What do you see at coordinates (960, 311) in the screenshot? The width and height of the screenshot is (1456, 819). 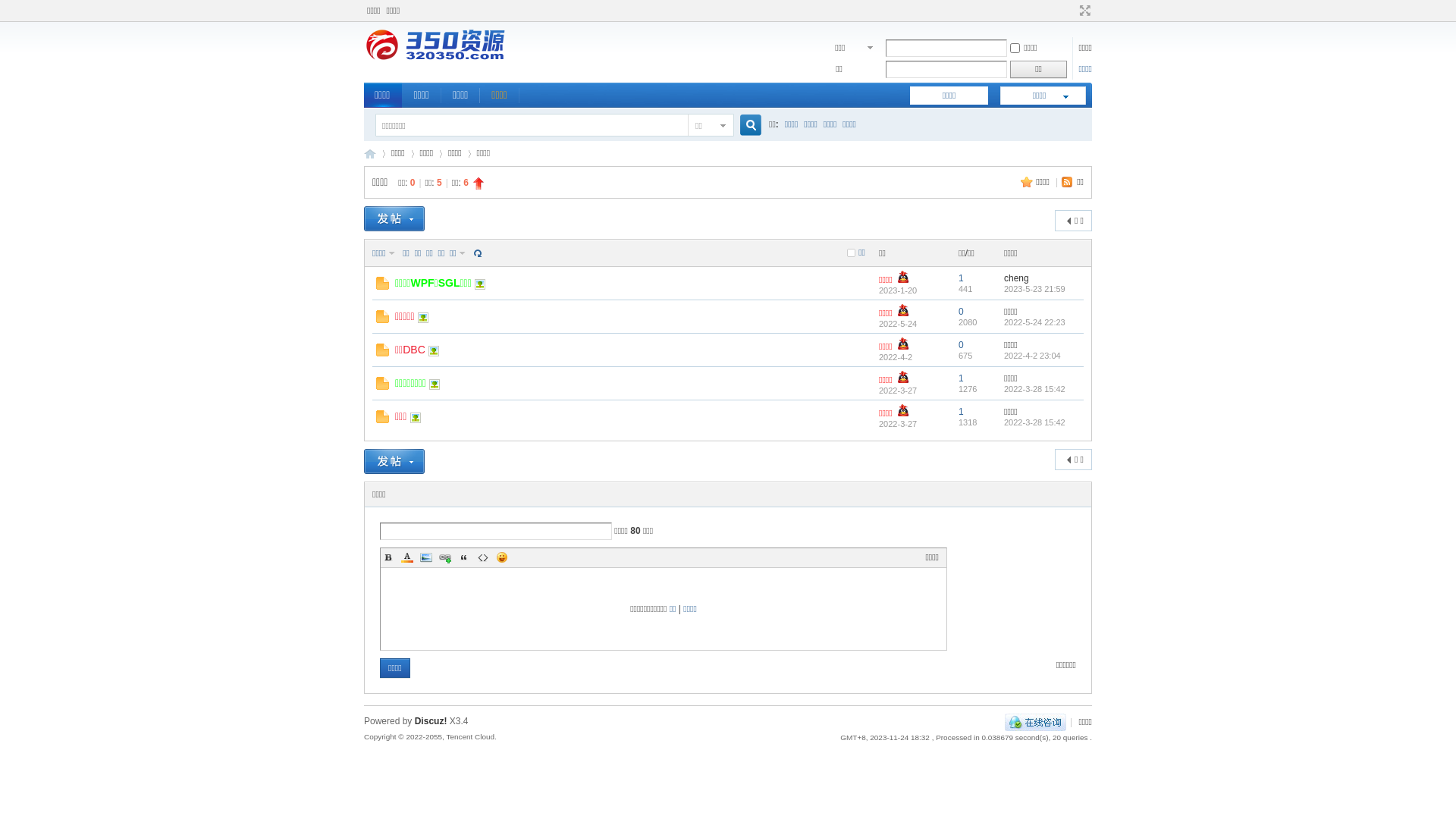 I see `'0'` at bounding box center [960, 311].